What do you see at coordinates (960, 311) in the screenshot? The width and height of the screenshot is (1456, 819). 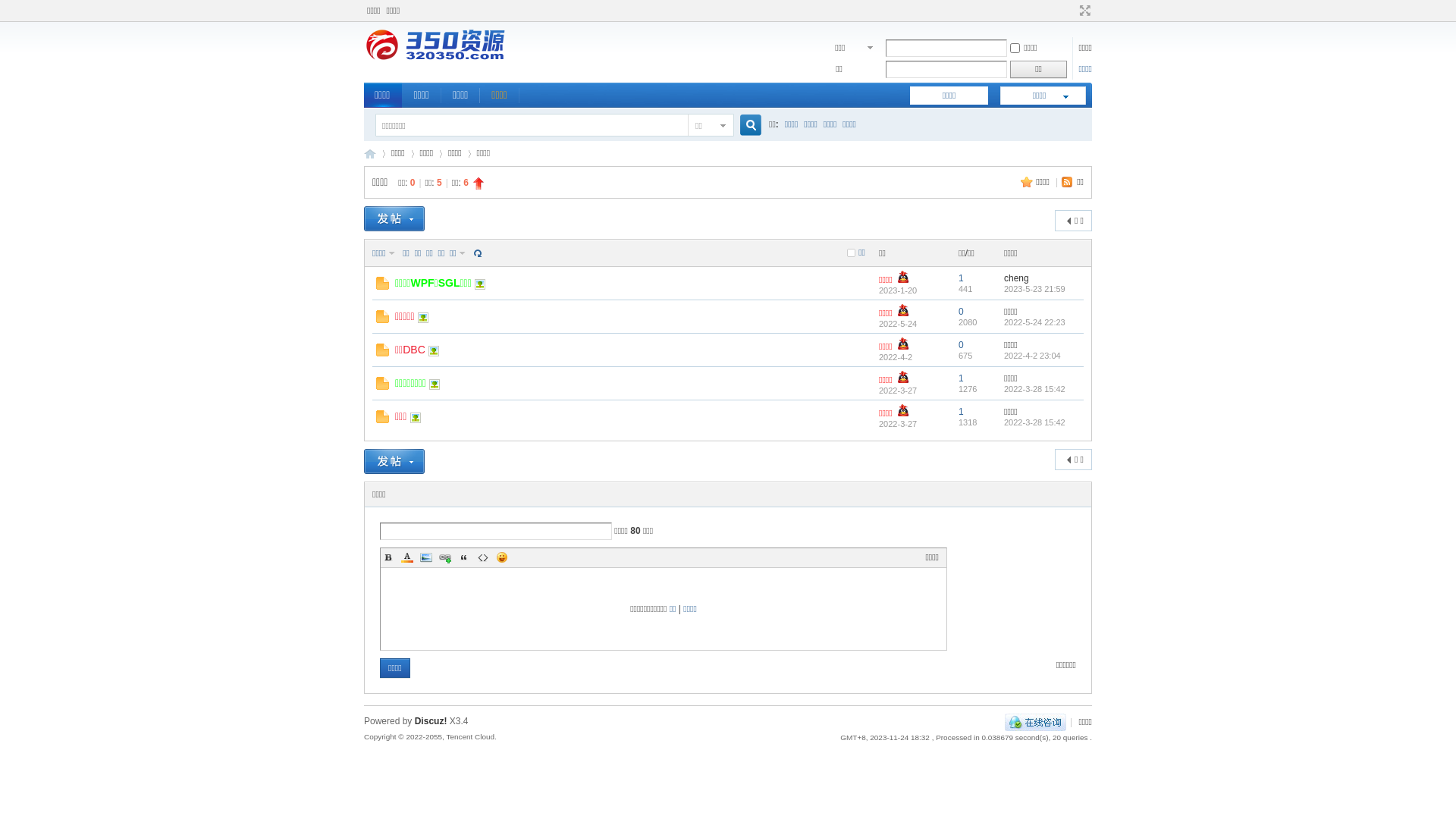 I see `'0'` at bounding box center [960, 311].